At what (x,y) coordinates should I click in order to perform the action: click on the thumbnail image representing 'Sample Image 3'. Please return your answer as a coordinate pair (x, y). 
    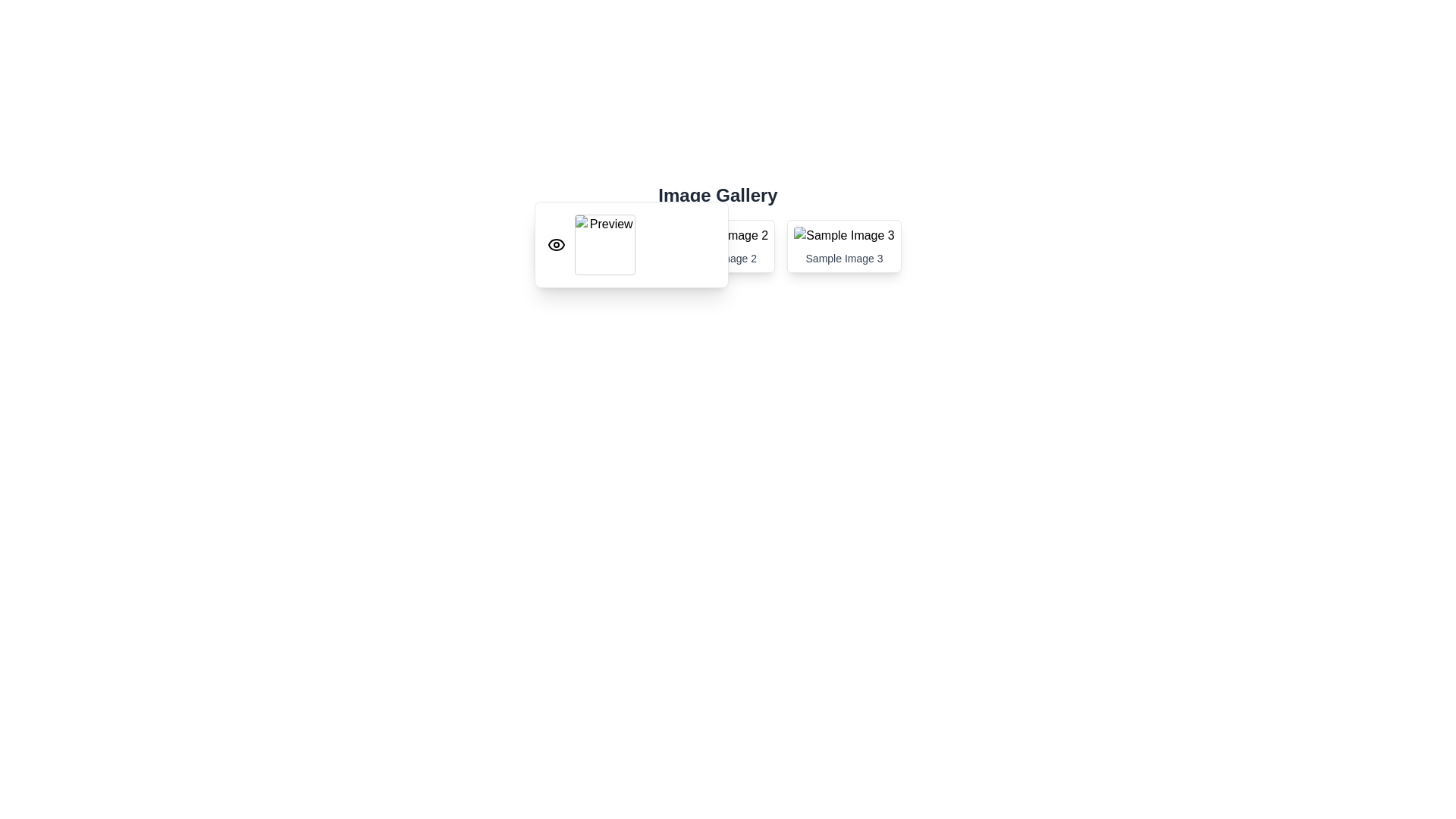
    Looking at the image, I should click on (843, 236).